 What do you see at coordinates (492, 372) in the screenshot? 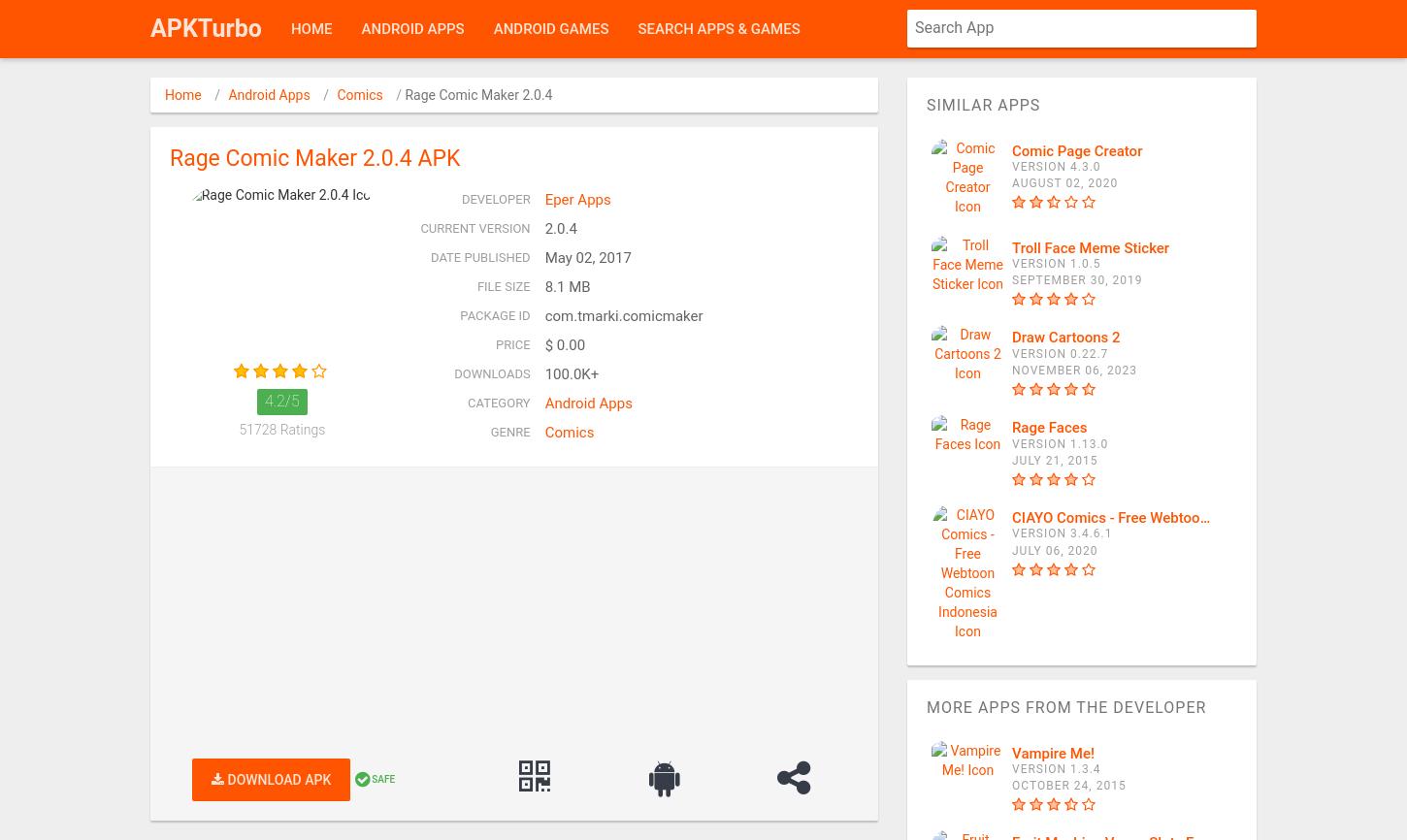
I see `'Downloads'` at bounding box center [492, 372].